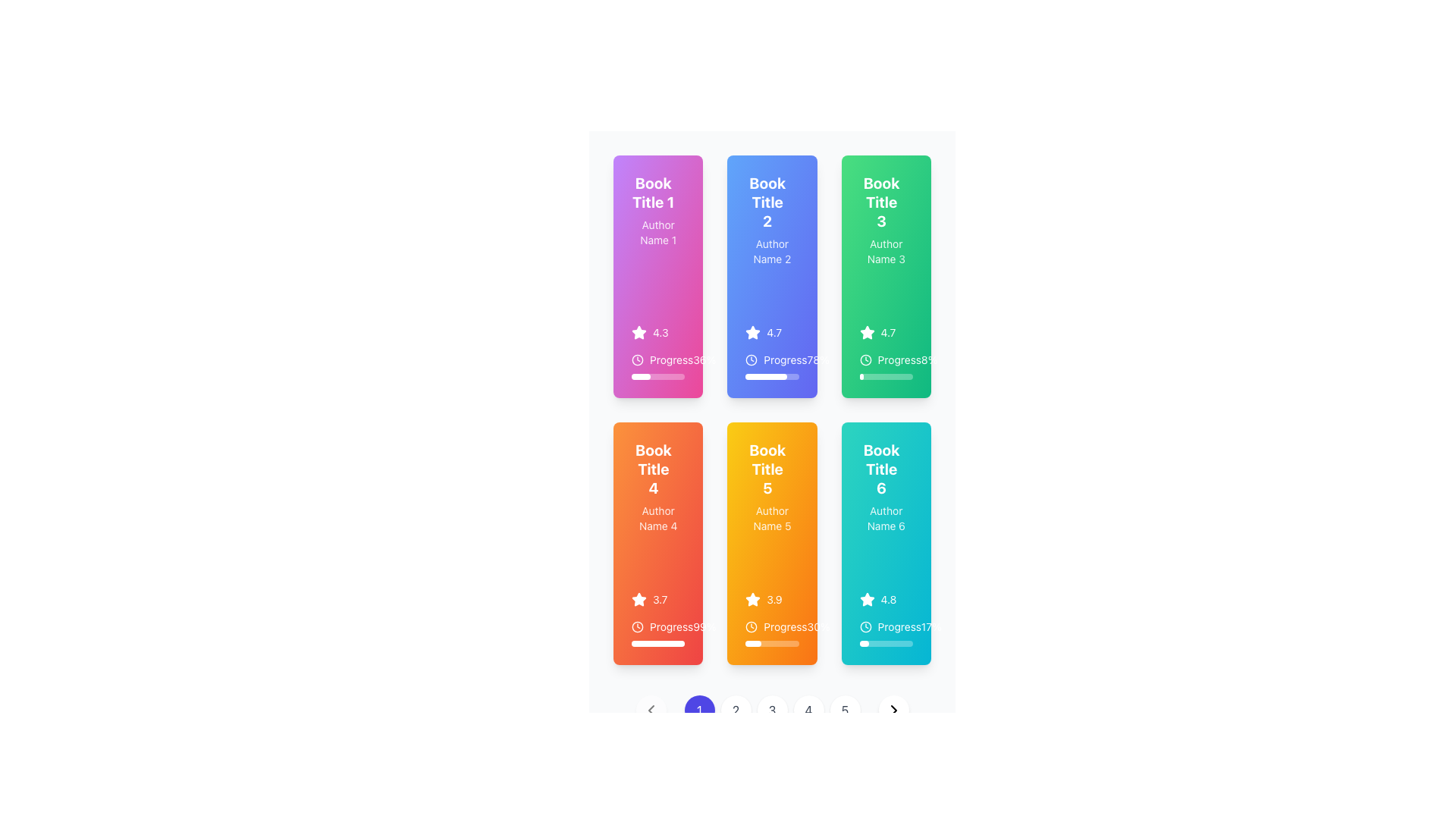  What do you see at coordinates (867, 598) in the screenshot?
I see `the Rating star icon located to the left of the '4.8' text in the third card of the second row in the grid layout` at bounding box center [867, 598].